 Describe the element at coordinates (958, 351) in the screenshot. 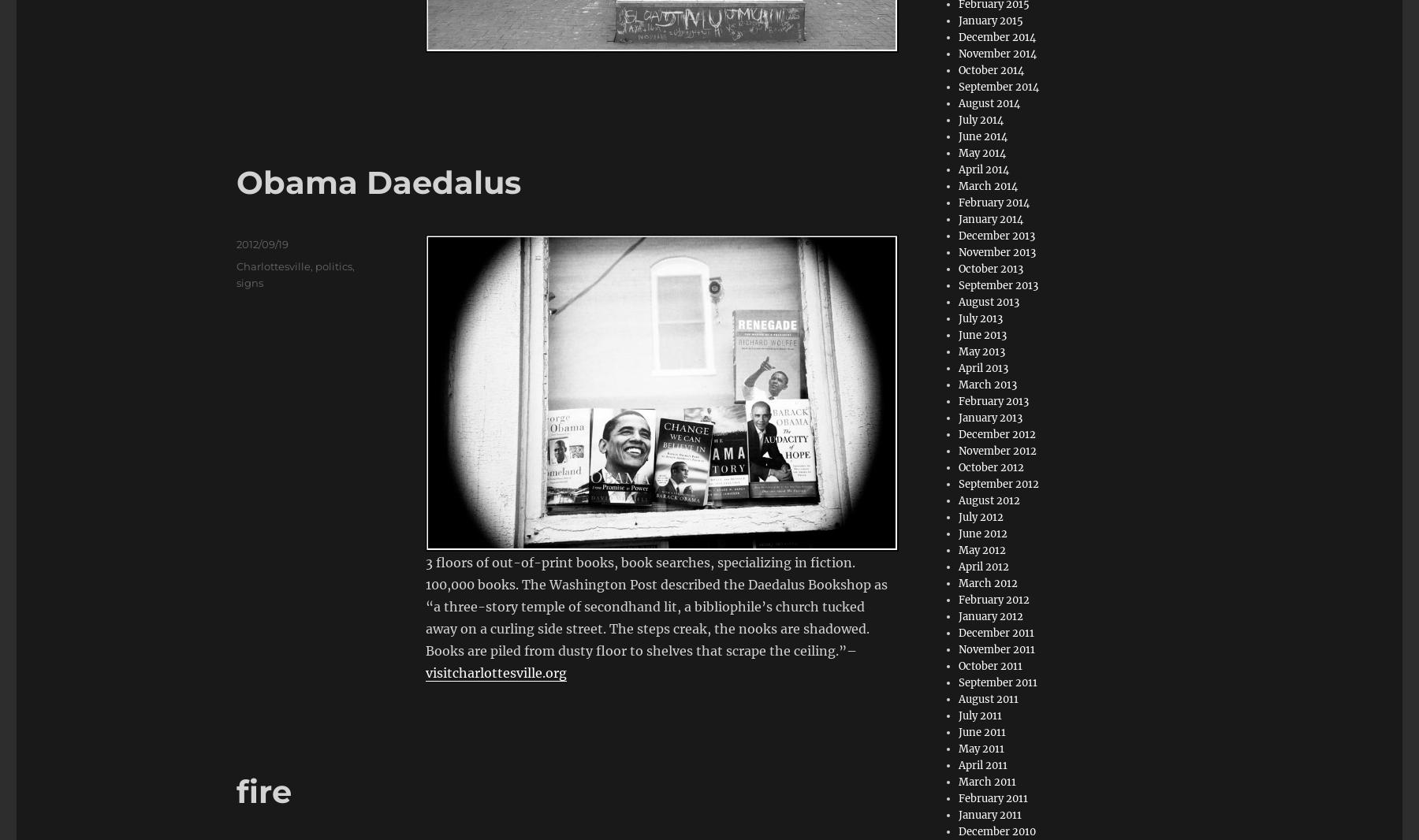

I see `'May 2013'` at that location.